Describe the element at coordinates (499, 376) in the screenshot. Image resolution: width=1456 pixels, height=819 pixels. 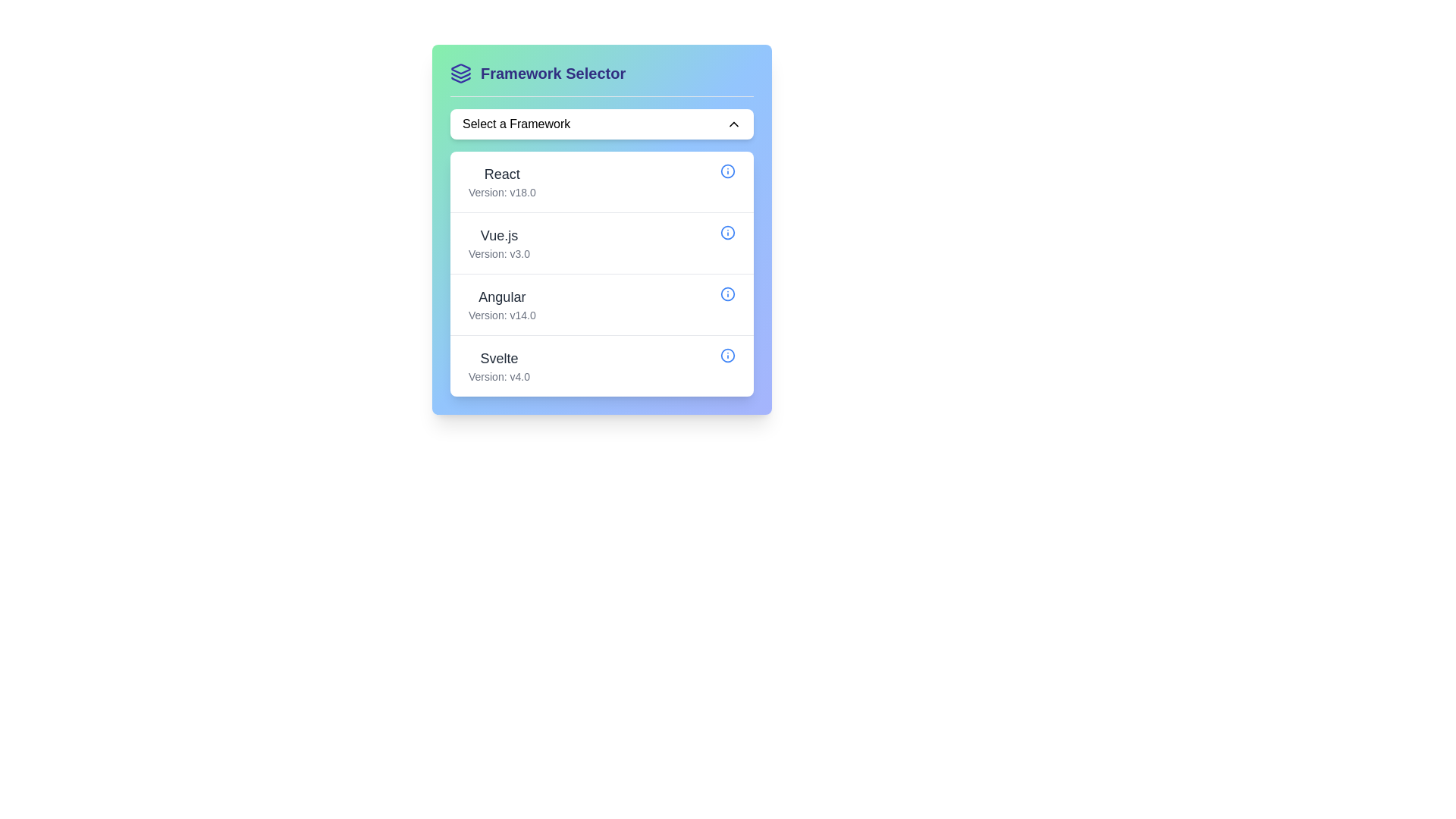
I see `the text label reading 'Version: v4.0', which is styled in a small-sized font and gray color, located below the 'Svelte' title in the fourth card of a vertically stacked list` at that location.